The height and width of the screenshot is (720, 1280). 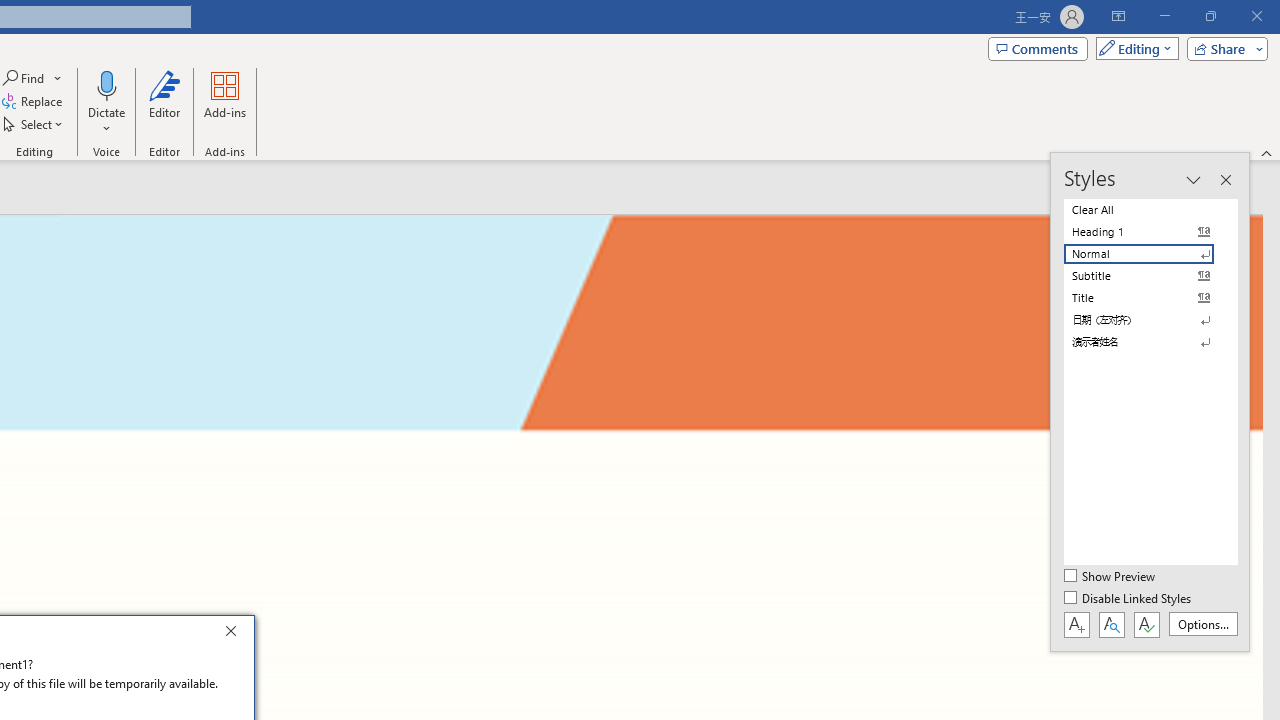 What do you see at coordinates (1146, 623) in the screenshot?
I see `'Class: NetUIButton'` at bounding box center [1146, 623].